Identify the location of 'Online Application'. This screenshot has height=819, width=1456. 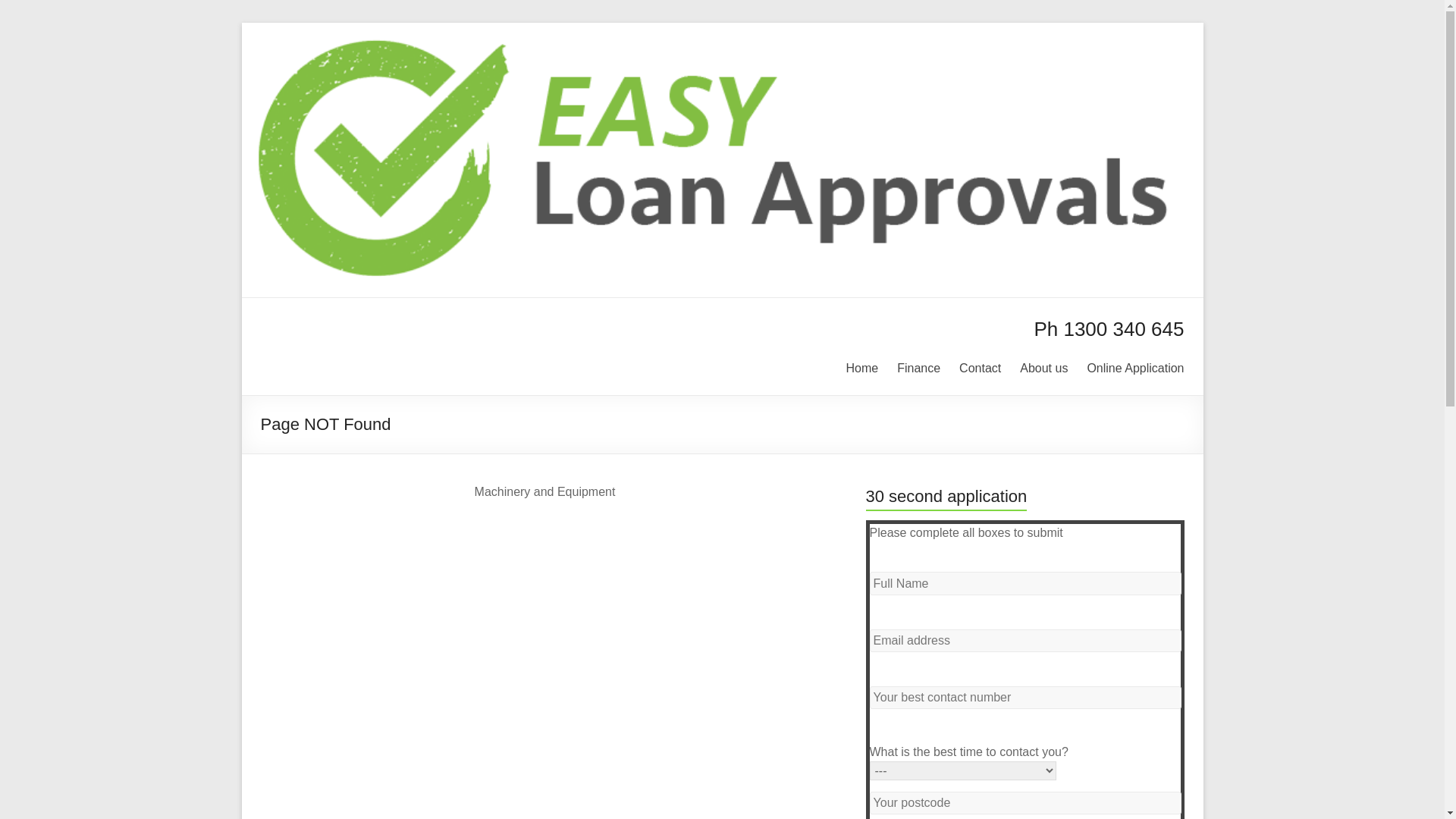
(1086, 366).